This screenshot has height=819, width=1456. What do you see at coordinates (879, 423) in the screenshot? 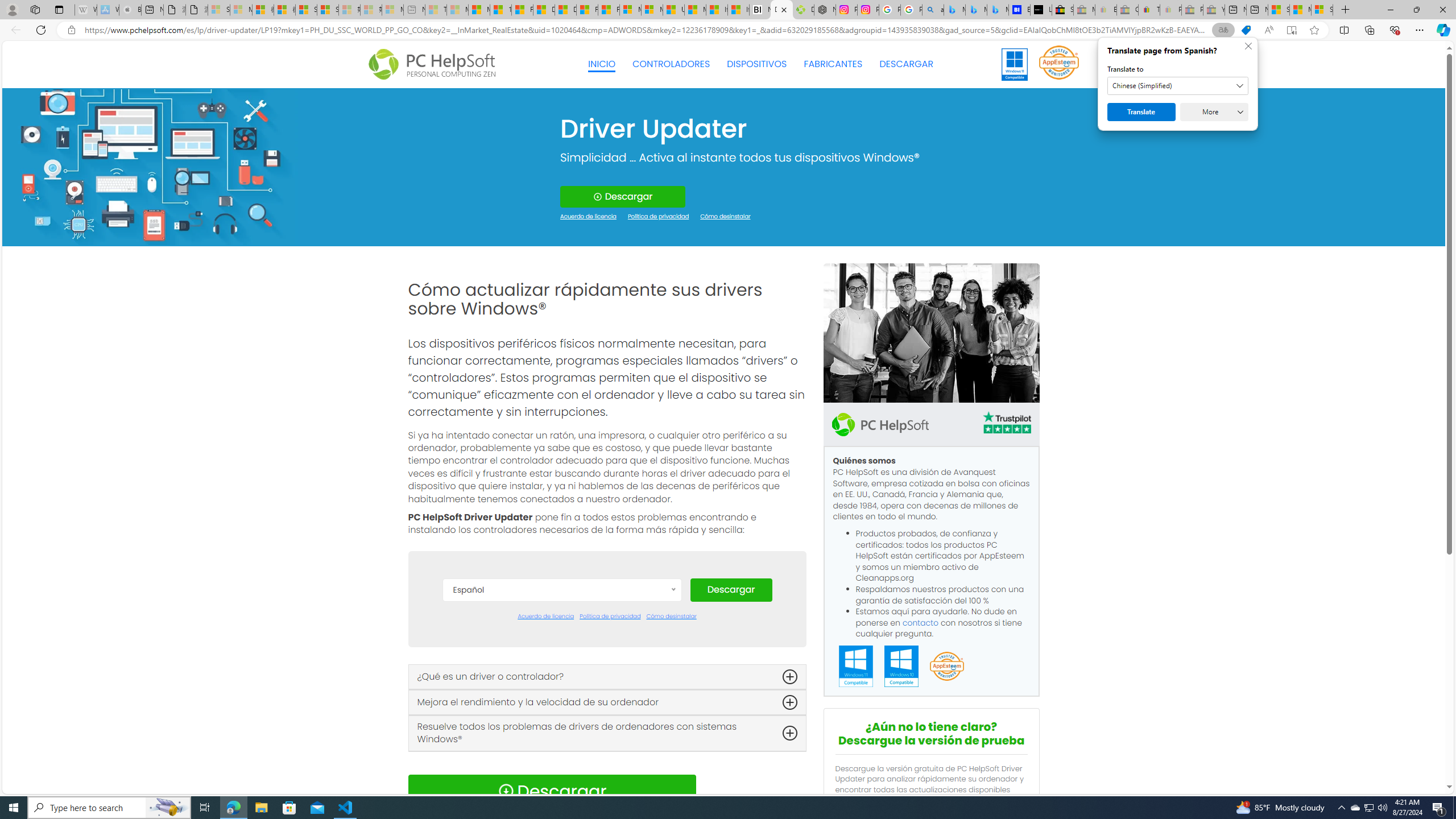
I see `'PCHelpsoft'` at bounding box center [879, 423].